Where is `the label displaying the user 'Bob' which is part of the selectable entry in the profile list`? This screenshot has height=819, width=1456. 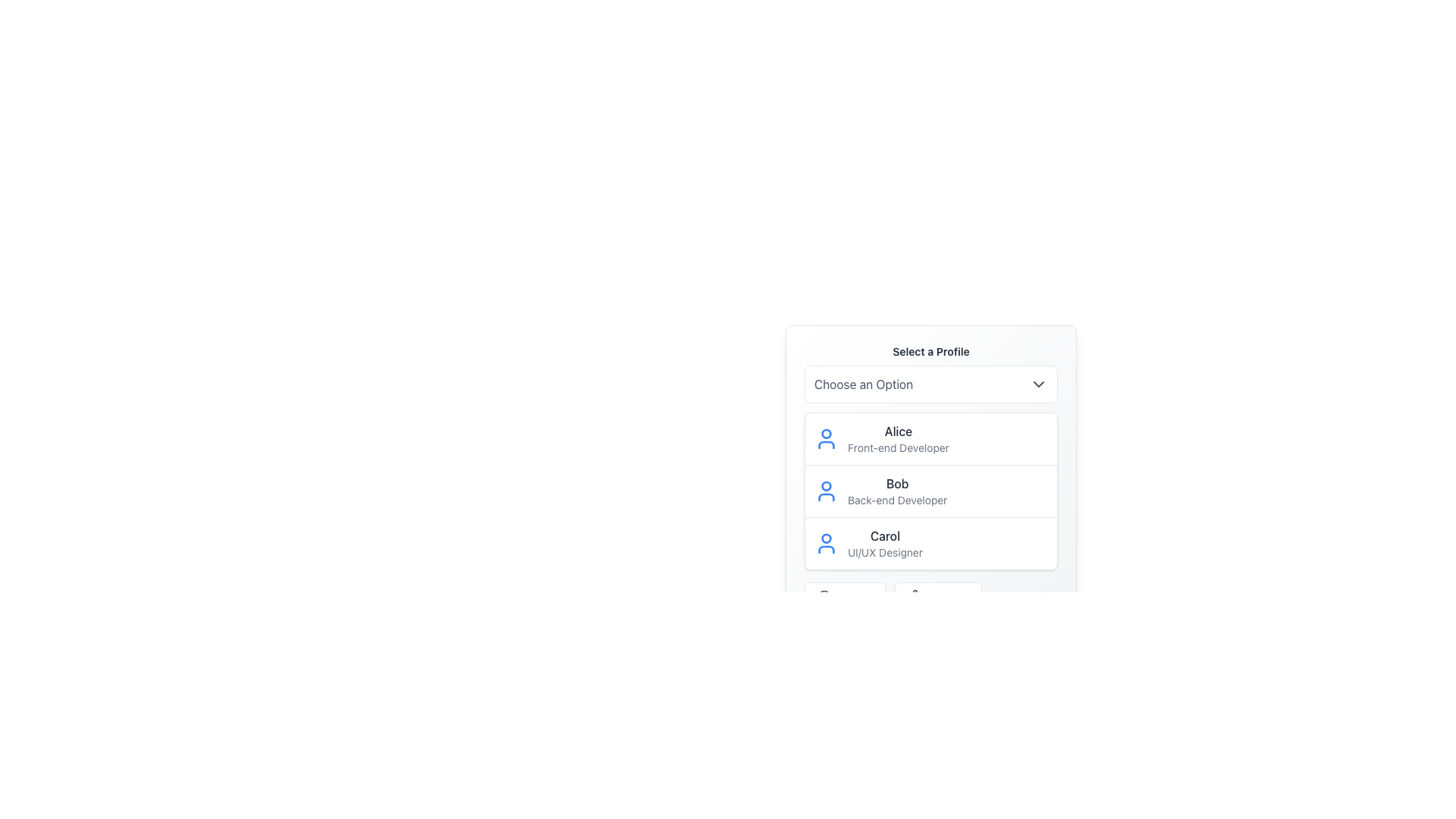
the label displaying the user 'Bob' which is part of the selectable entry in the profile list is located at coordinates (880, 491).